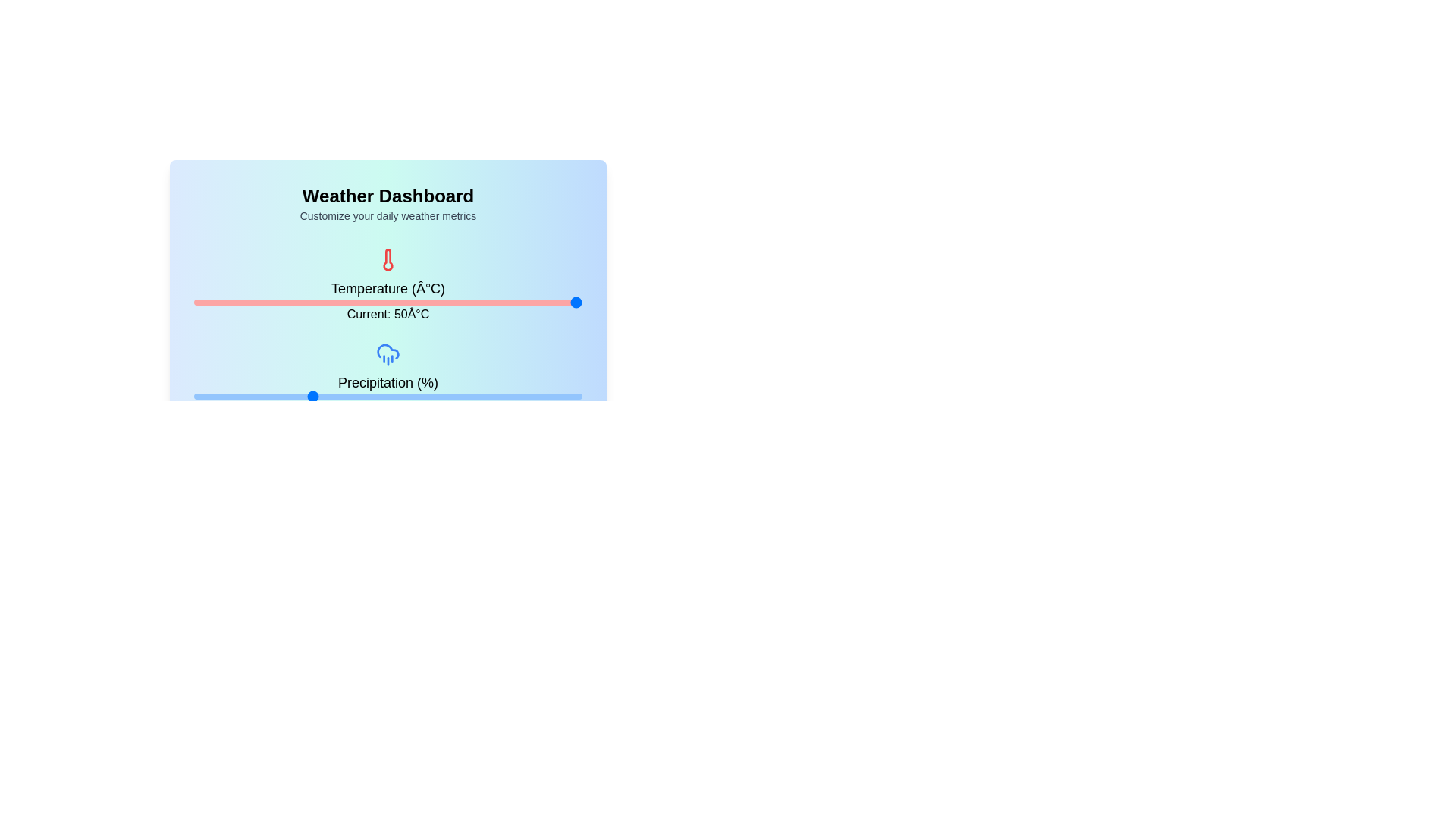  Describe the element at coordinates (317, 396) in the screenshot. I see `precipitation` at that location.